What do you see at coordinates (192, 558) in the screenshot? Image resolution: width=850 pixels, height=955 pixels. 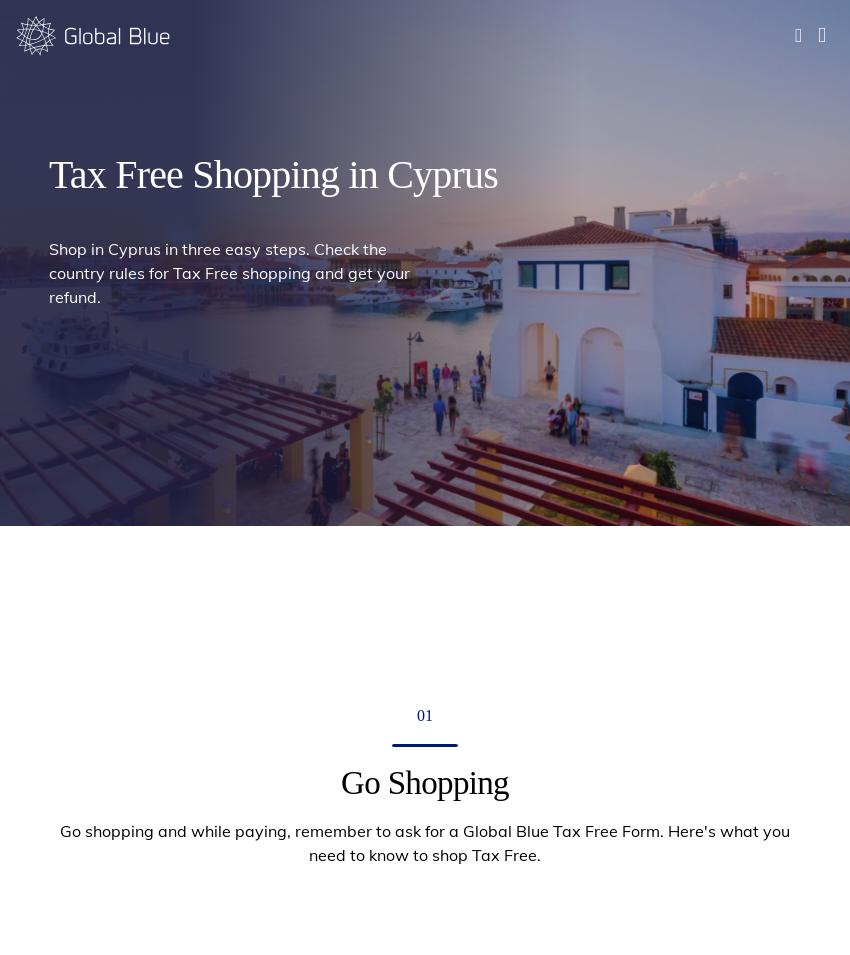 I see `'Standard and registered mail'` at bounding box center [192, 558].